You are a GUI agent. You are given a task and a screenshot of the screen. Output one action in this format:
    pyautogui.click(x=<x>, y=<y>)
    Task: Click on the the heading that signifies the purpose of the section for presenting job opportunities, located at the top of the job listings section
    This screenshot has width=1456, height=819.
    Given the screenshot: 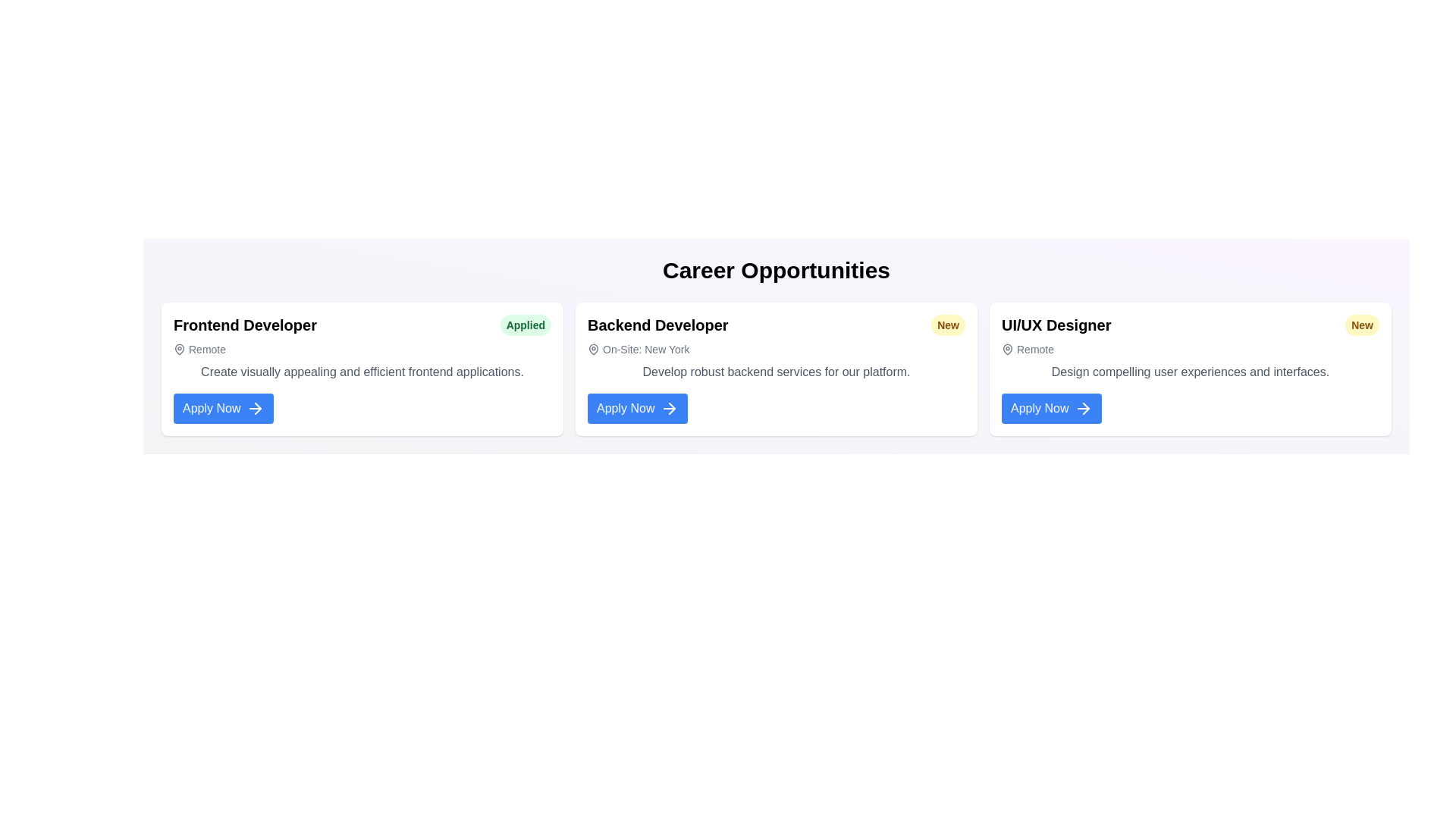 What is the action you would take?
    pyautogui.click(x=776, y=270)
    